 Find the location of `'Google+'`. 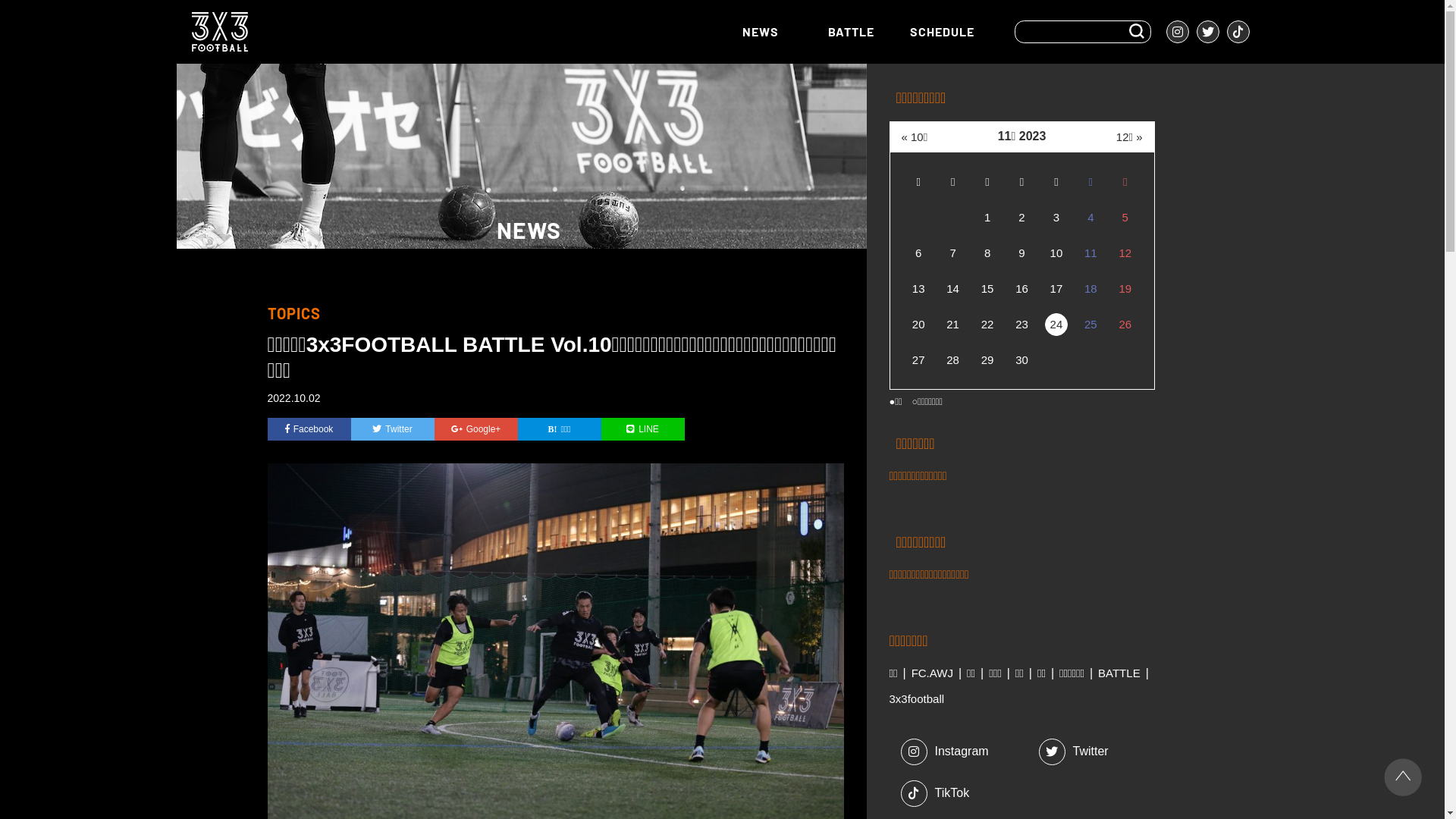

'Google+' is located at coordinates (475, 429).